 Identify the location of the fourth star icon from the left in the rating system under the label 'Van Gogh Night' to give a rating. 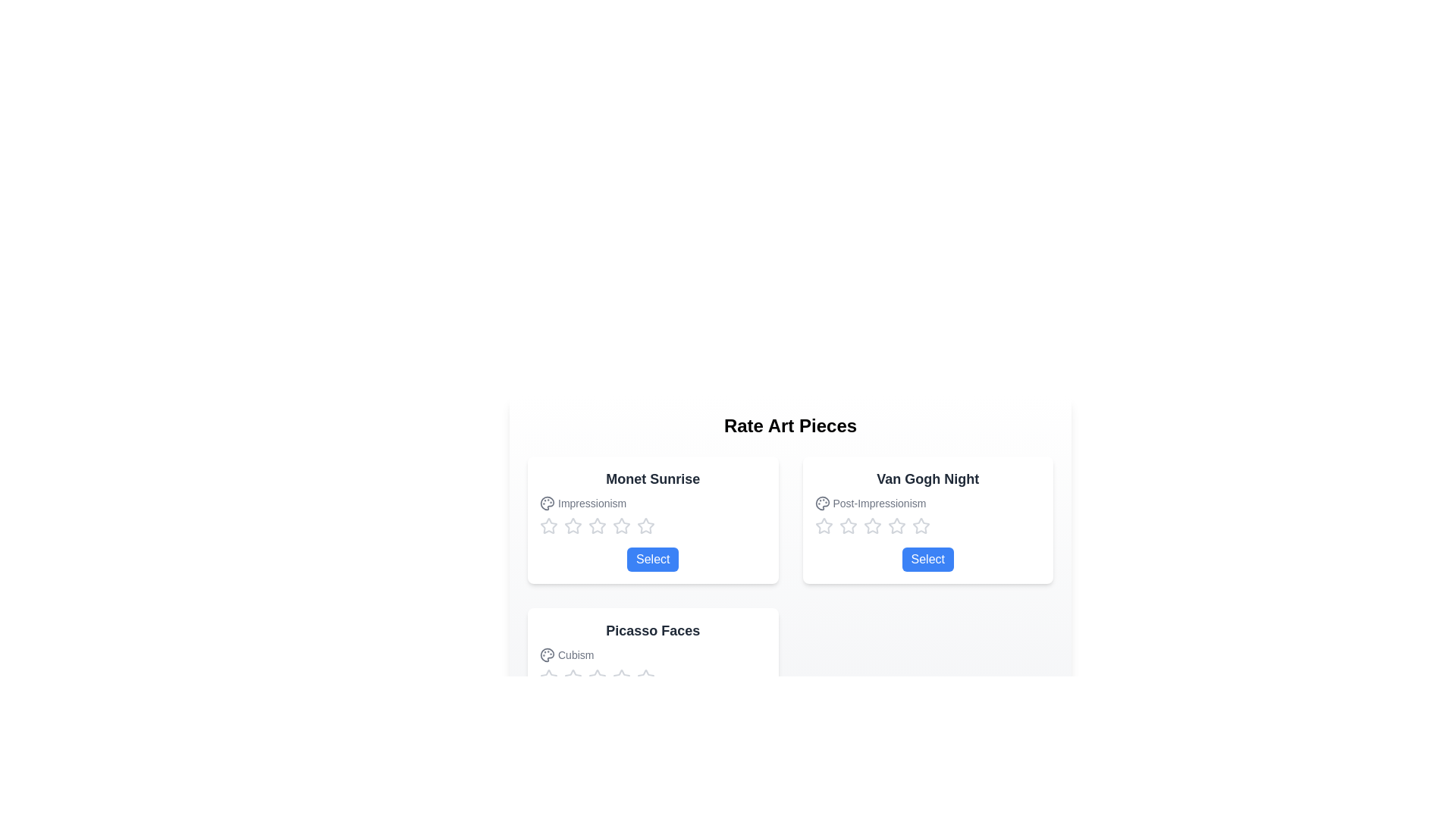
(896, 526).